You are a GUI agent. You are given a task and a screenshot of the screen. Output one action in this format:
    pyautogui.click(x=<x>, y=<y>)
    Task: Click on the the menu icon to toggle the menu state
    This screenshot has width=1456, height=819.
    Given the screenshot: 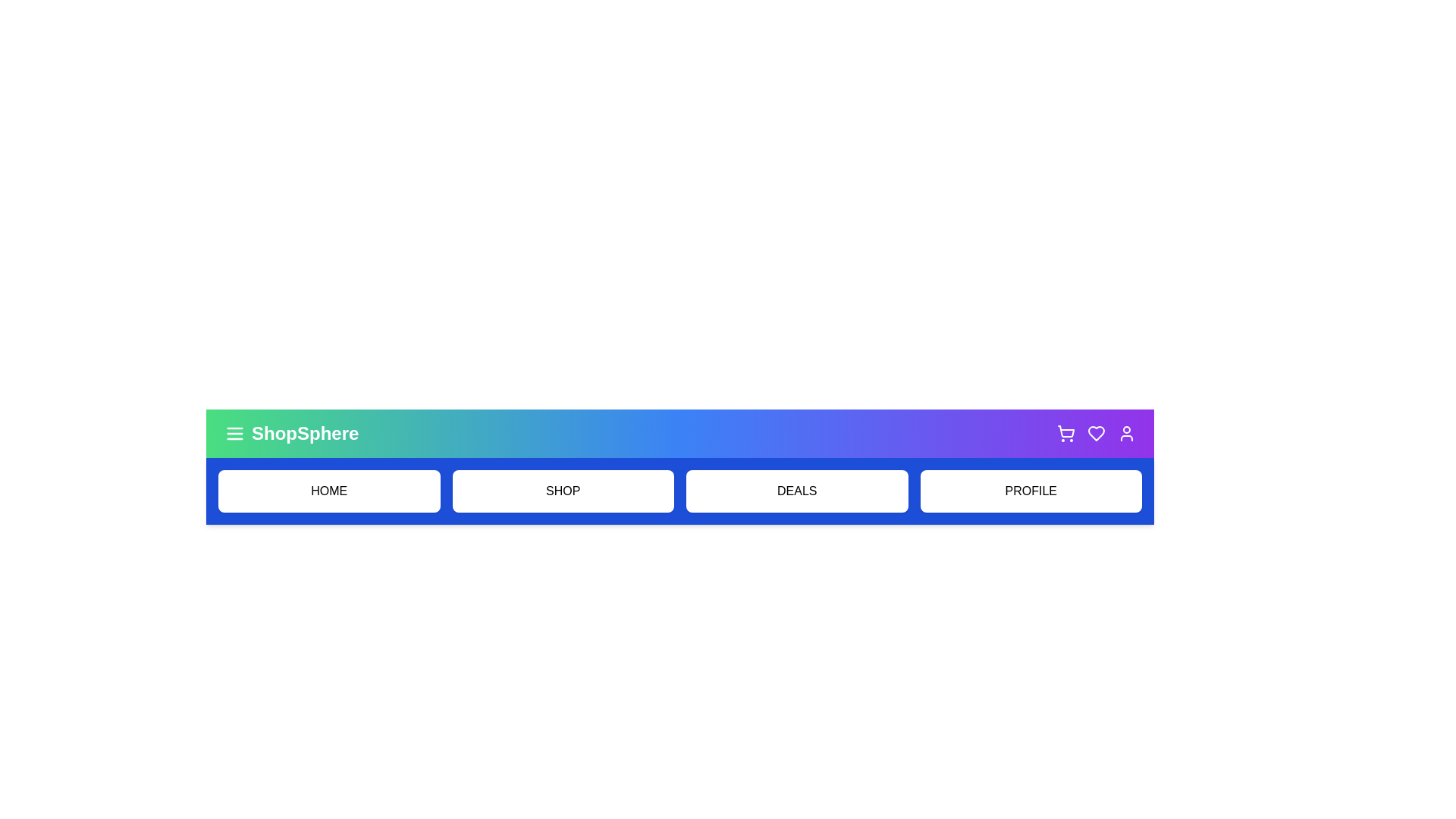 What is the action you would take?
    pyautogui.click(x=234, y=433)
    